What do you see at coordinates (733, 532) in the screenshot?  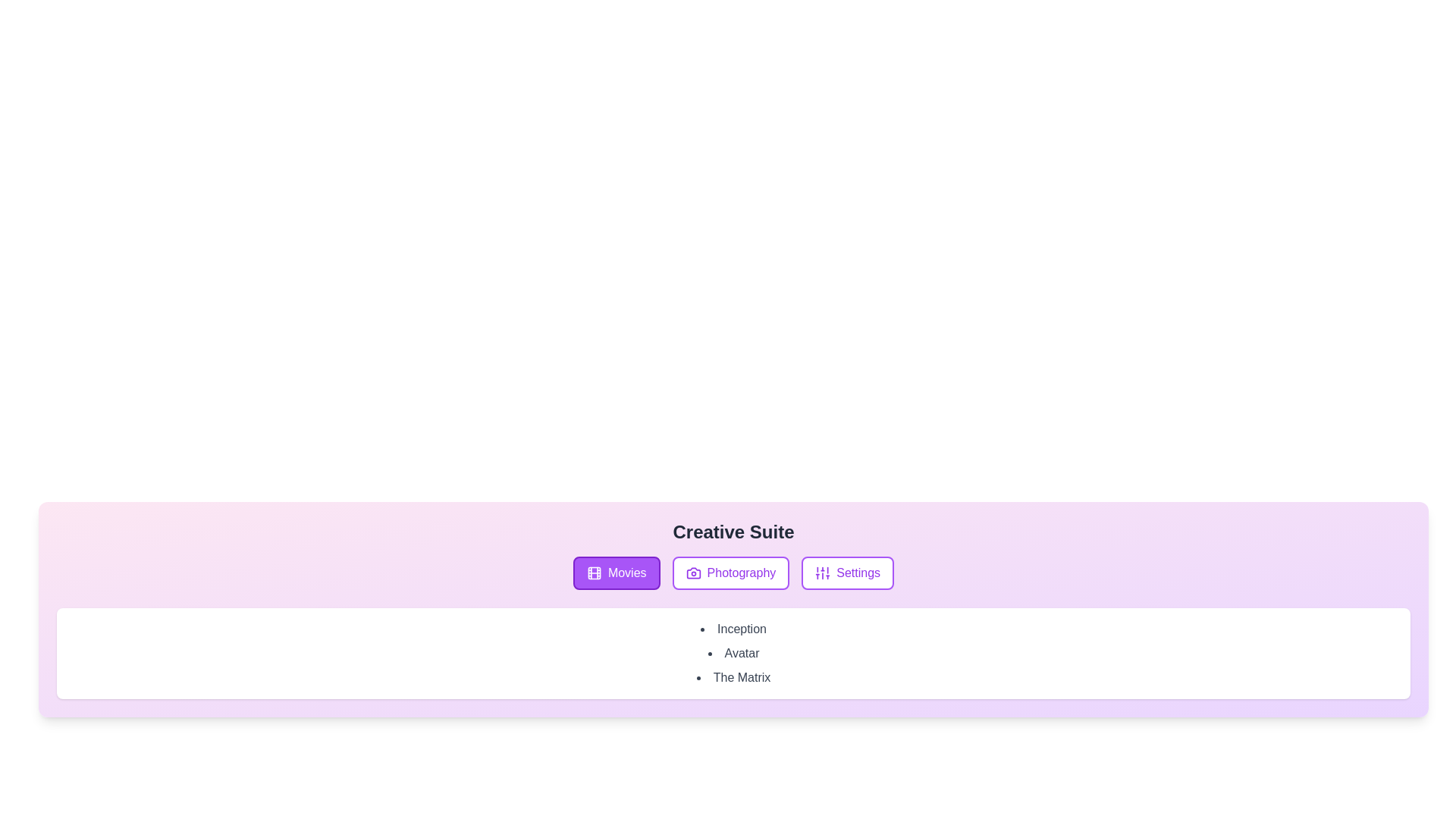 I see `the Text block element that serves as the title or heading for the section, located above the buttons labeled 'Movies', 'Photography', and 'Settings'` at bounding box center [733, 532].